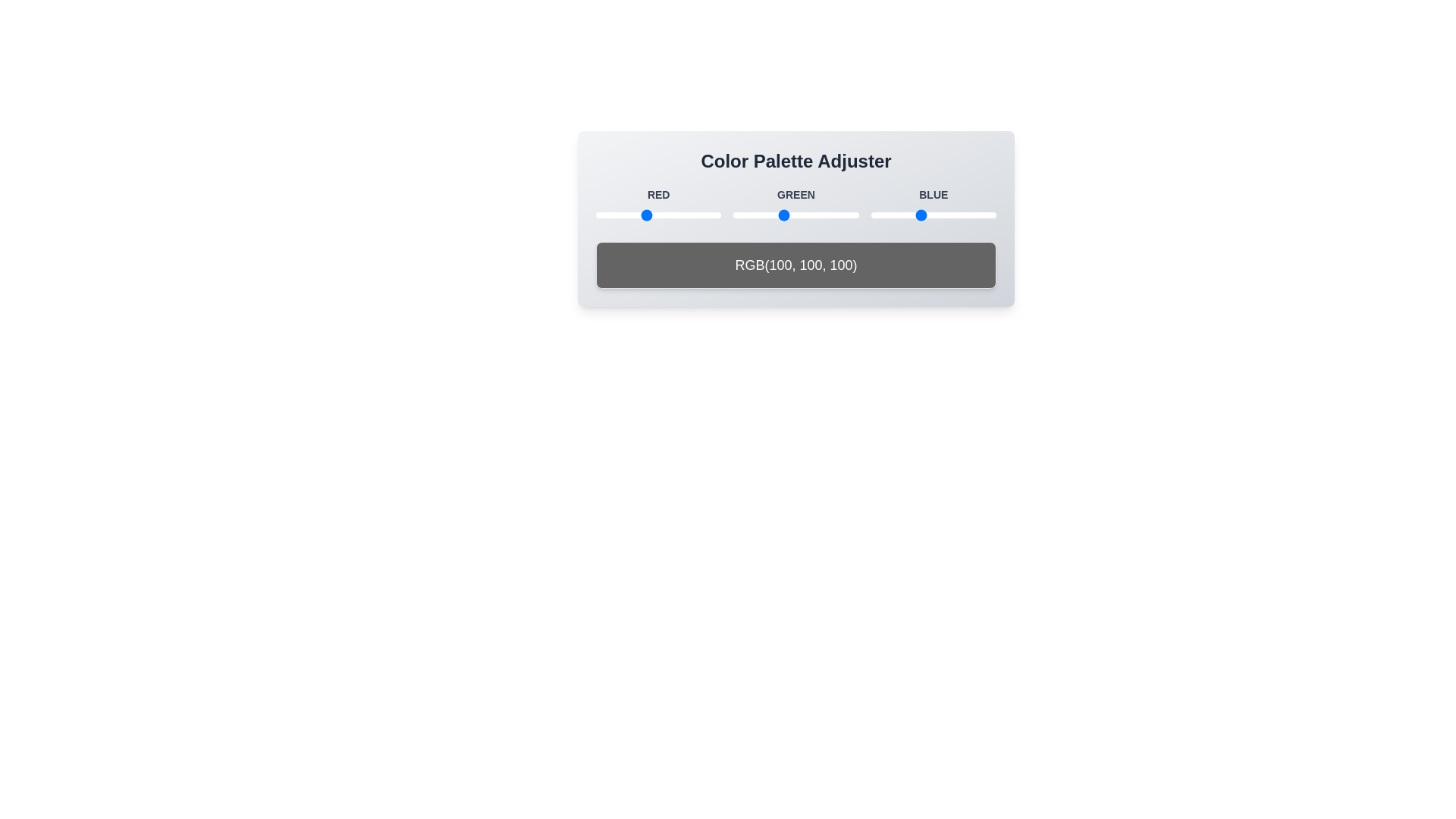  I want to click on the green color value to 223 by adjusting the slider, so click(842, 215).